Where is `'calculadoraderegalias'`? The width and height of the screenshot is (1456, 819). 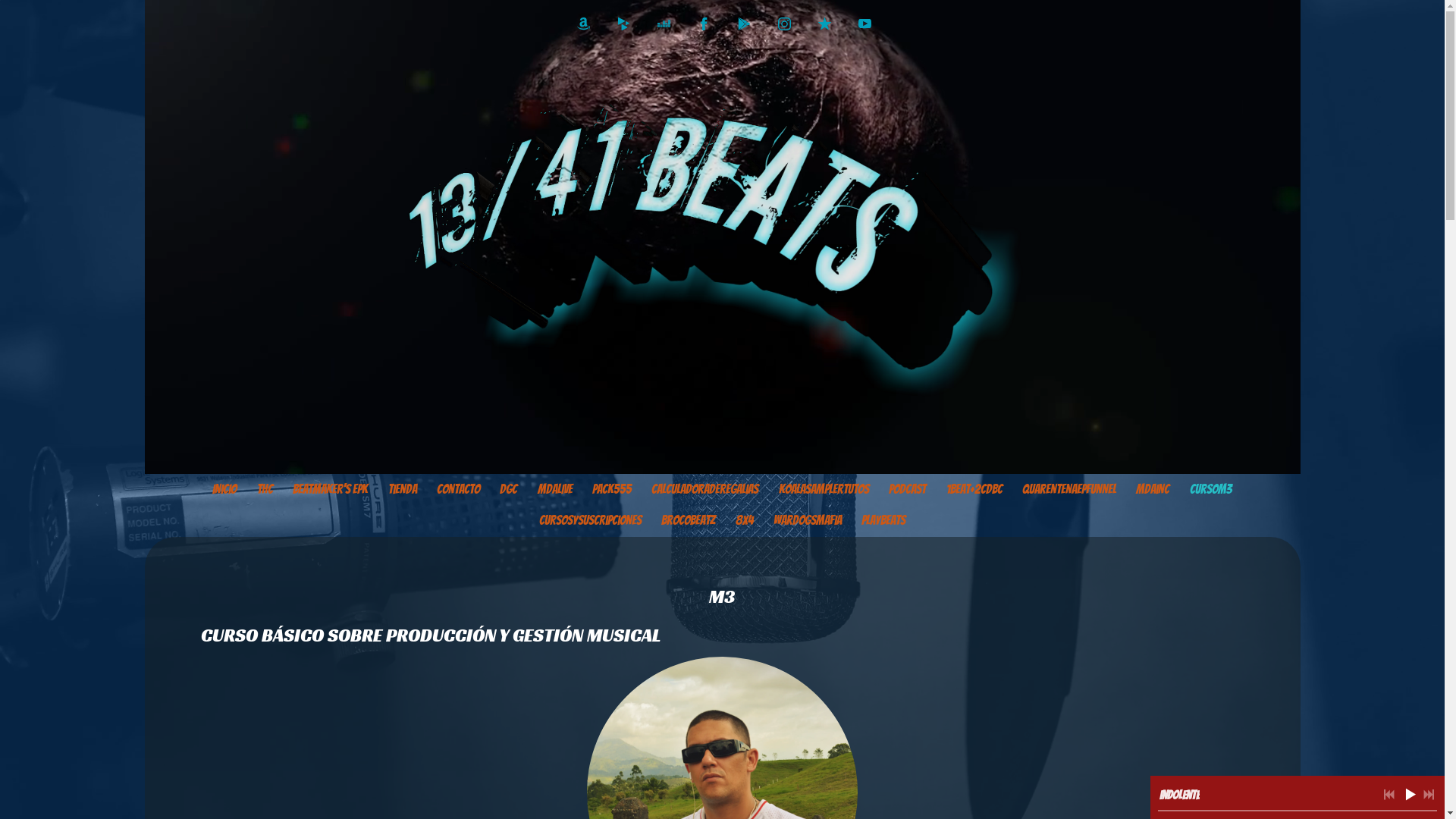 'calculadoraderegalias' is located at coordinates (641, 489).